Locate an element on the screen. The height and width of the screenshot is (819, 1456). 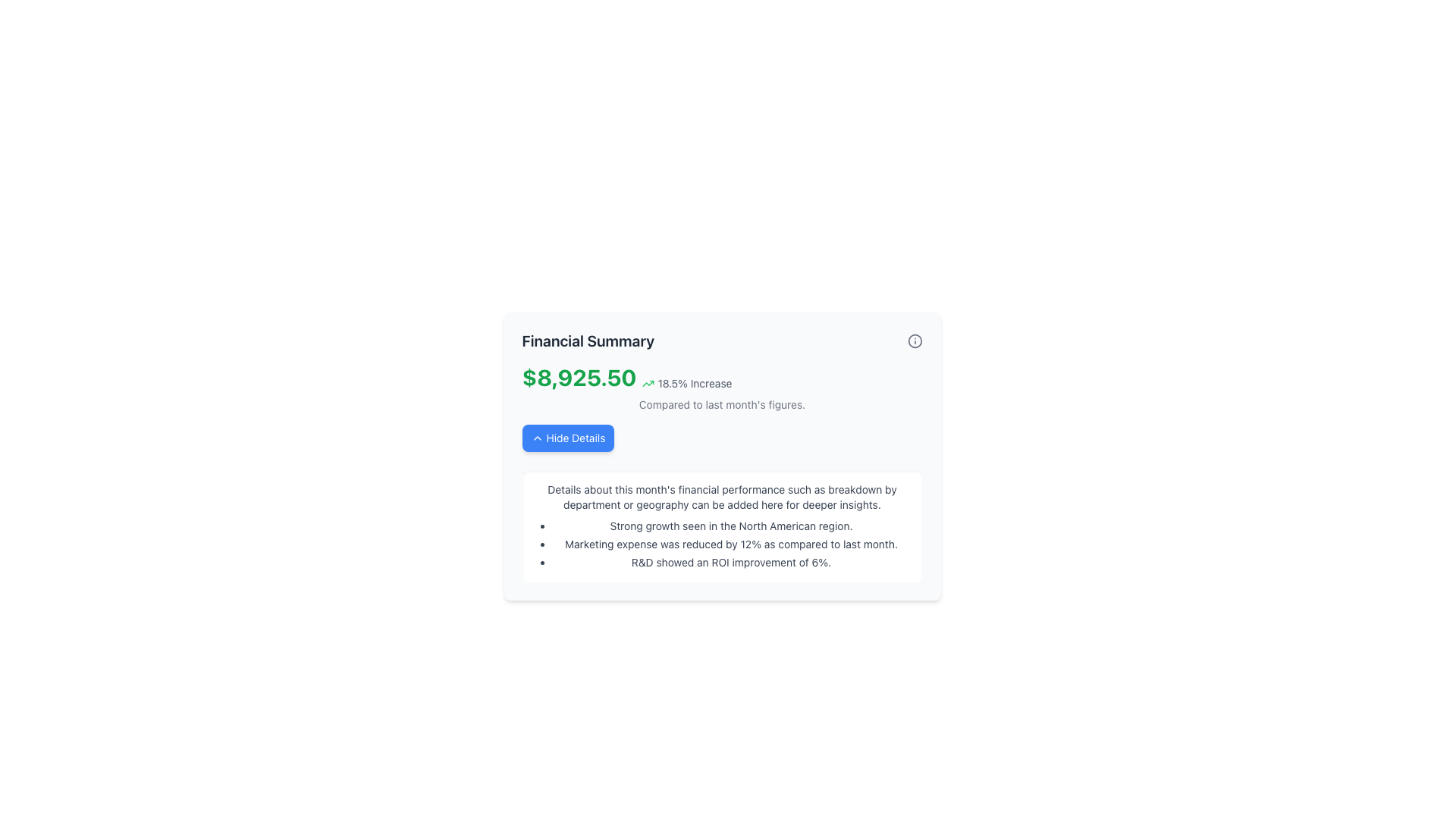
the static text displaying 'Compared to last month's figures.' located in the Financial Summary section, positioned below the financial summary and above the 'Hide Details' button is located at coordinates (721, 403).